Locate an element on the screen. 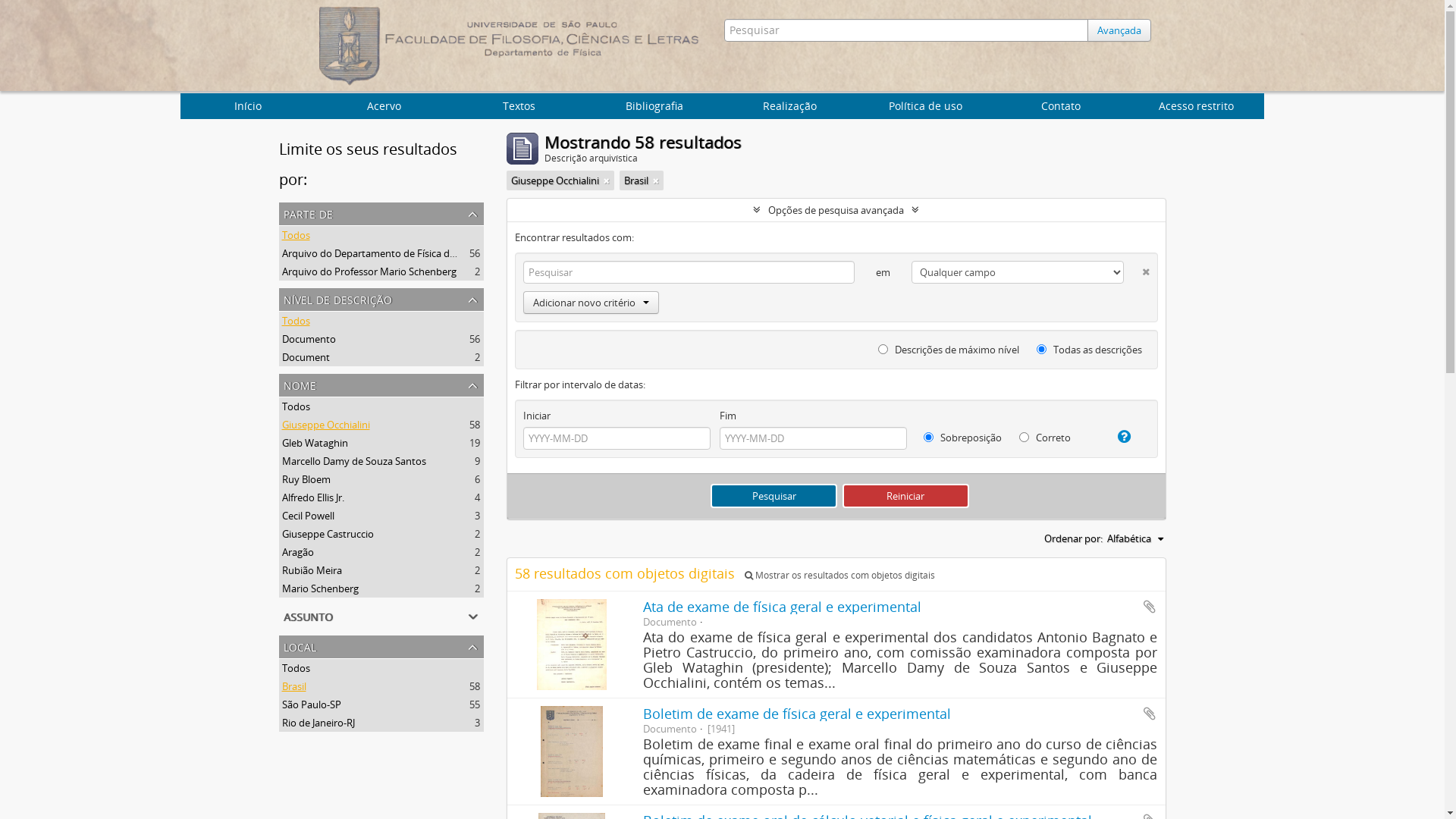 Image resolution: width=1456 pixels, height=819 pixels. 'parte de' is located at coordinates (381, 213).